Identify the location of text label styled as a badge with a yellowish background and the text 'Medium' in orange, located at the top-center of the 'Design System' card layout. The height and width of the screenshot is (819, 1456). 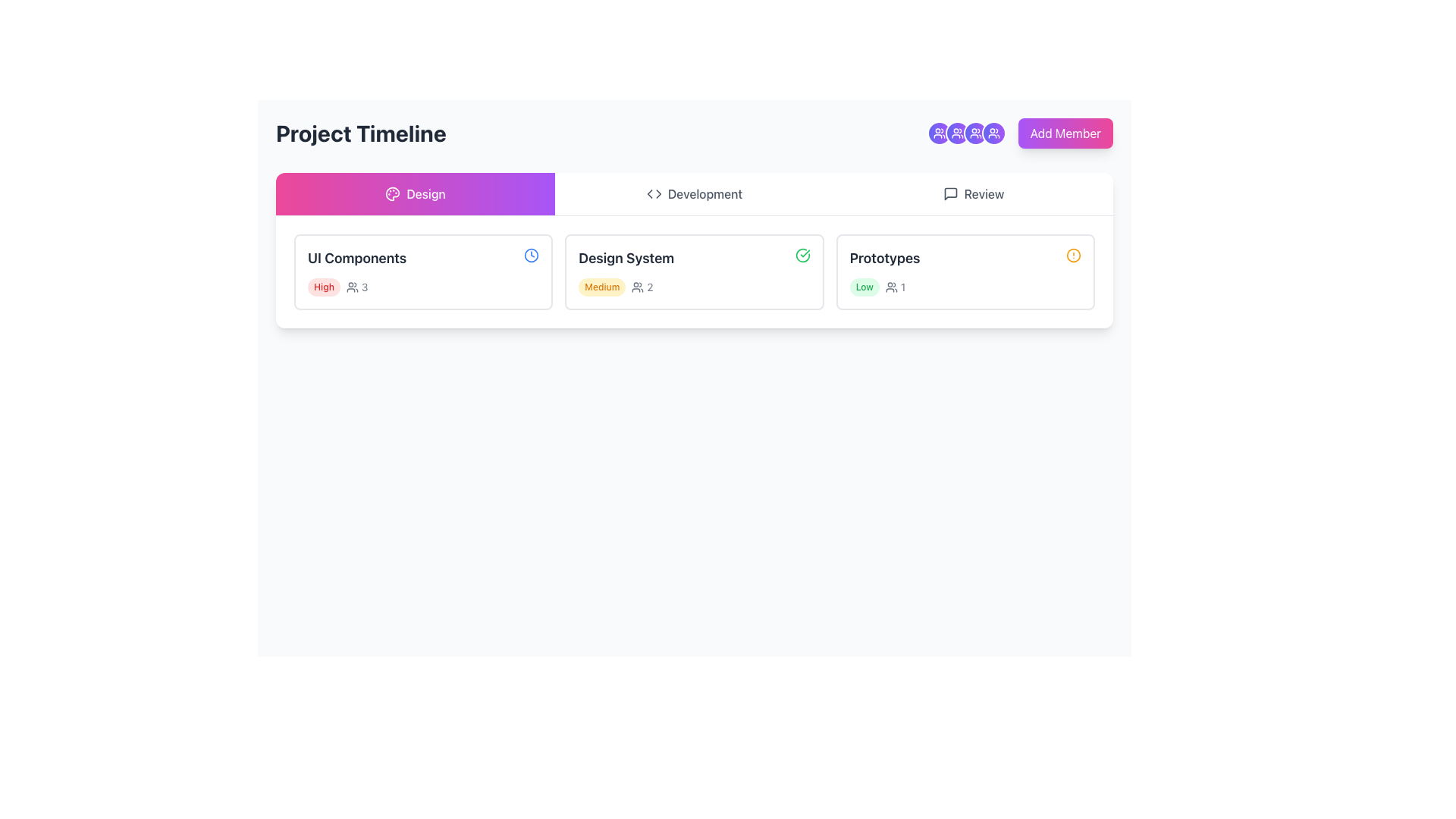
(601, 287).